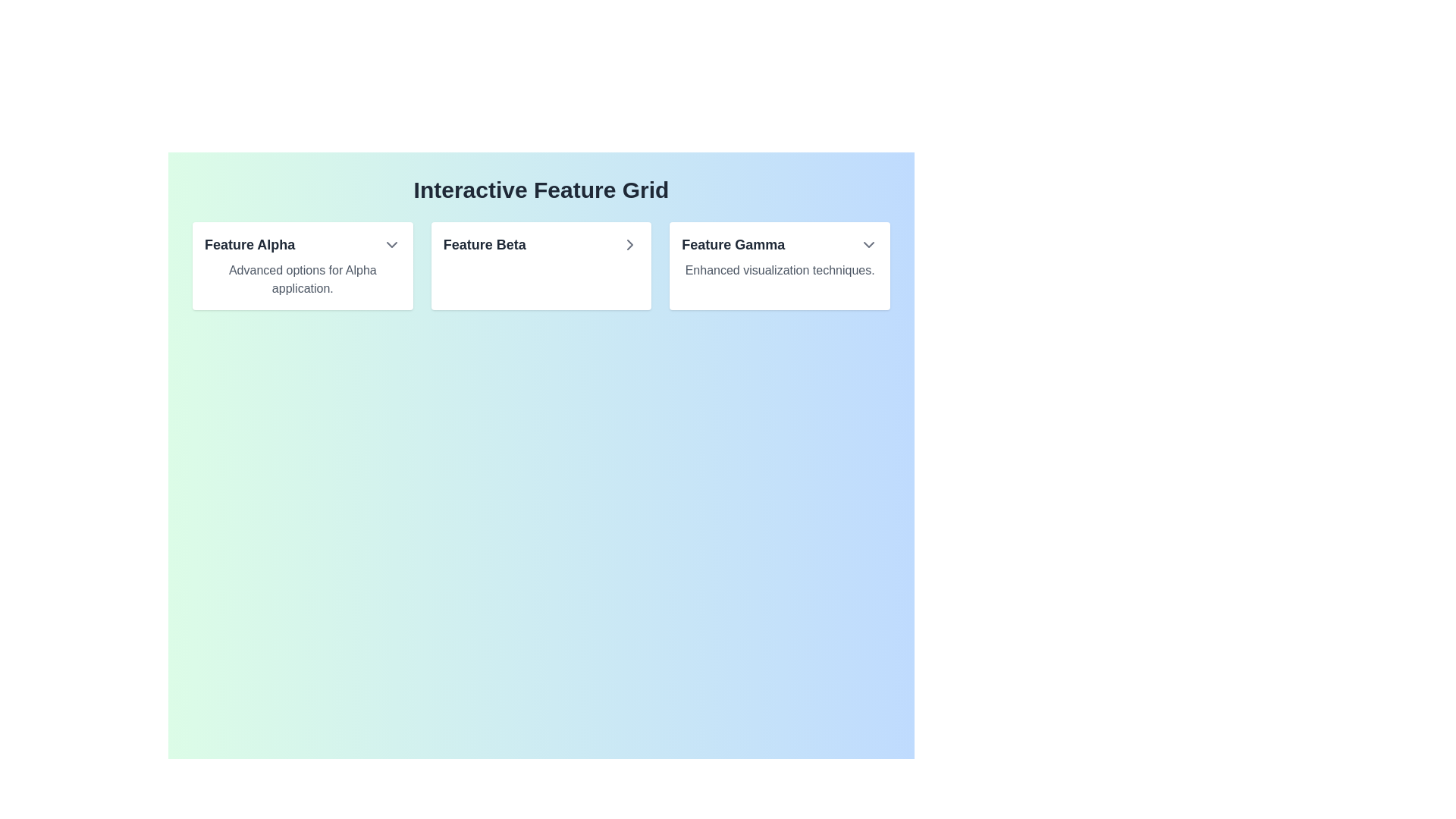 The height and width of the screenshot is (819, 1456). Describe the element at coordinates (630, 244) in the screenshot. I see `the right-pointing chevron icon located to the right of the 'Feature Beta' text in the Feature Beta card within the Interactive Feature Grid panel for additional information or interaction` at that location.